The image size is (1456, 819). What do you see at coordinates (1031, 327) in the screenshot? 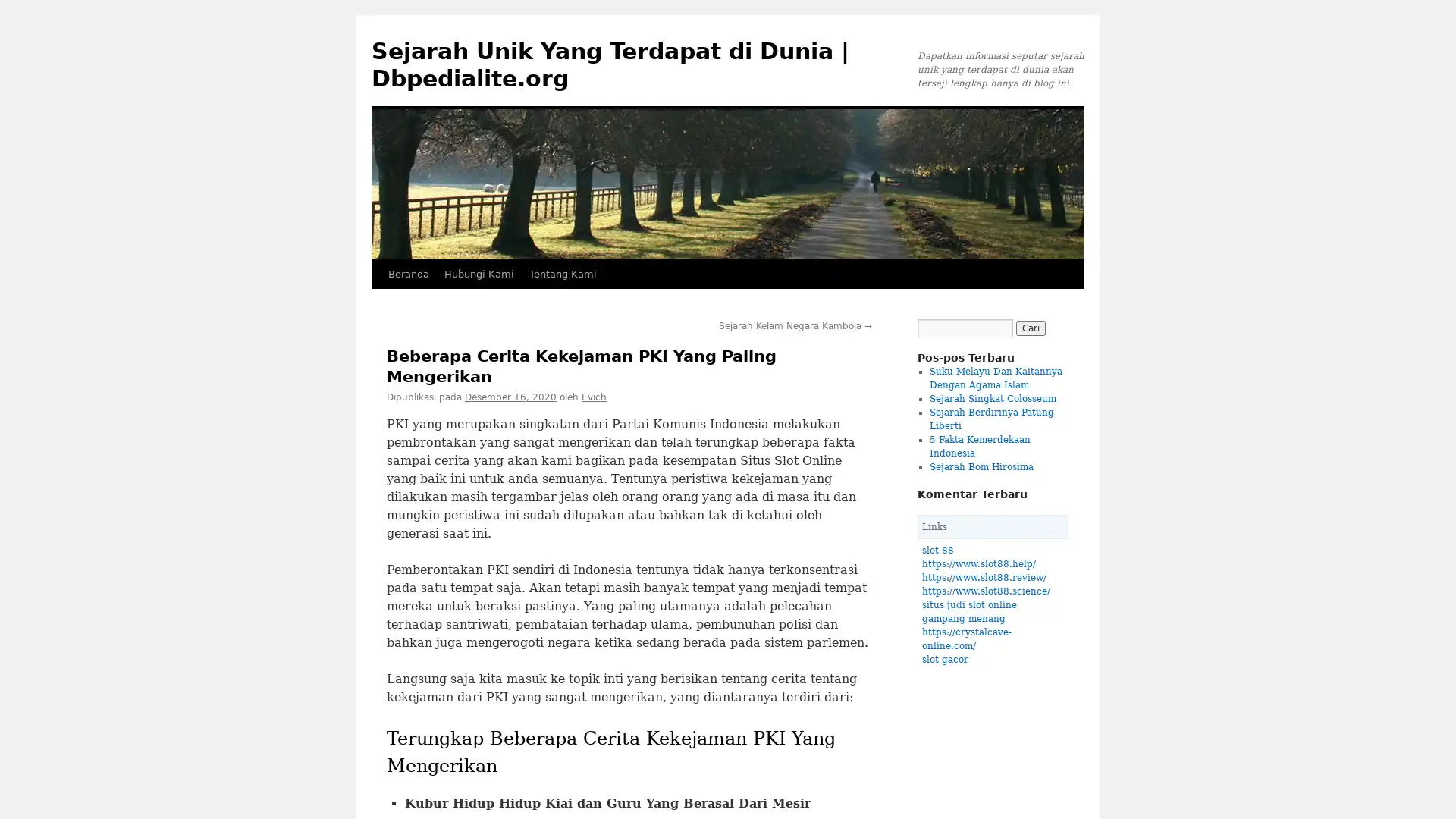
I see `Cari` at bounding box center [1031, 327].